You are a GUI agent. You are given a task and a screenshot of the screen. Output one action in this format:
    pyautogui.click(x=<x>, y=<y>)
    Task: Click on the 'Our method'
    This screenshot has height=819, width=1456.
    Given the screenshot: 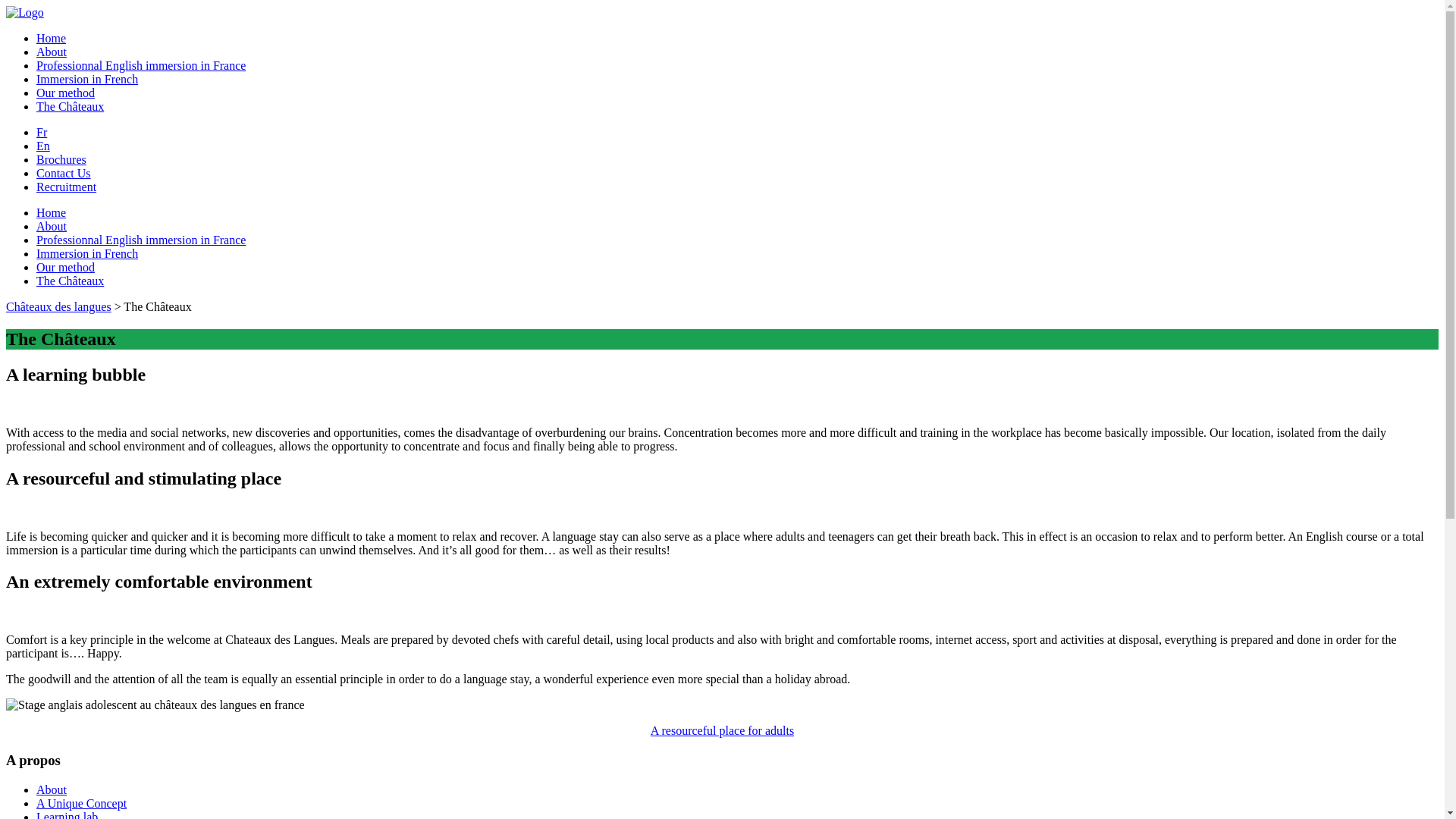 What is the action you would take?
    pyautogui.click(x=64, y=266)
    